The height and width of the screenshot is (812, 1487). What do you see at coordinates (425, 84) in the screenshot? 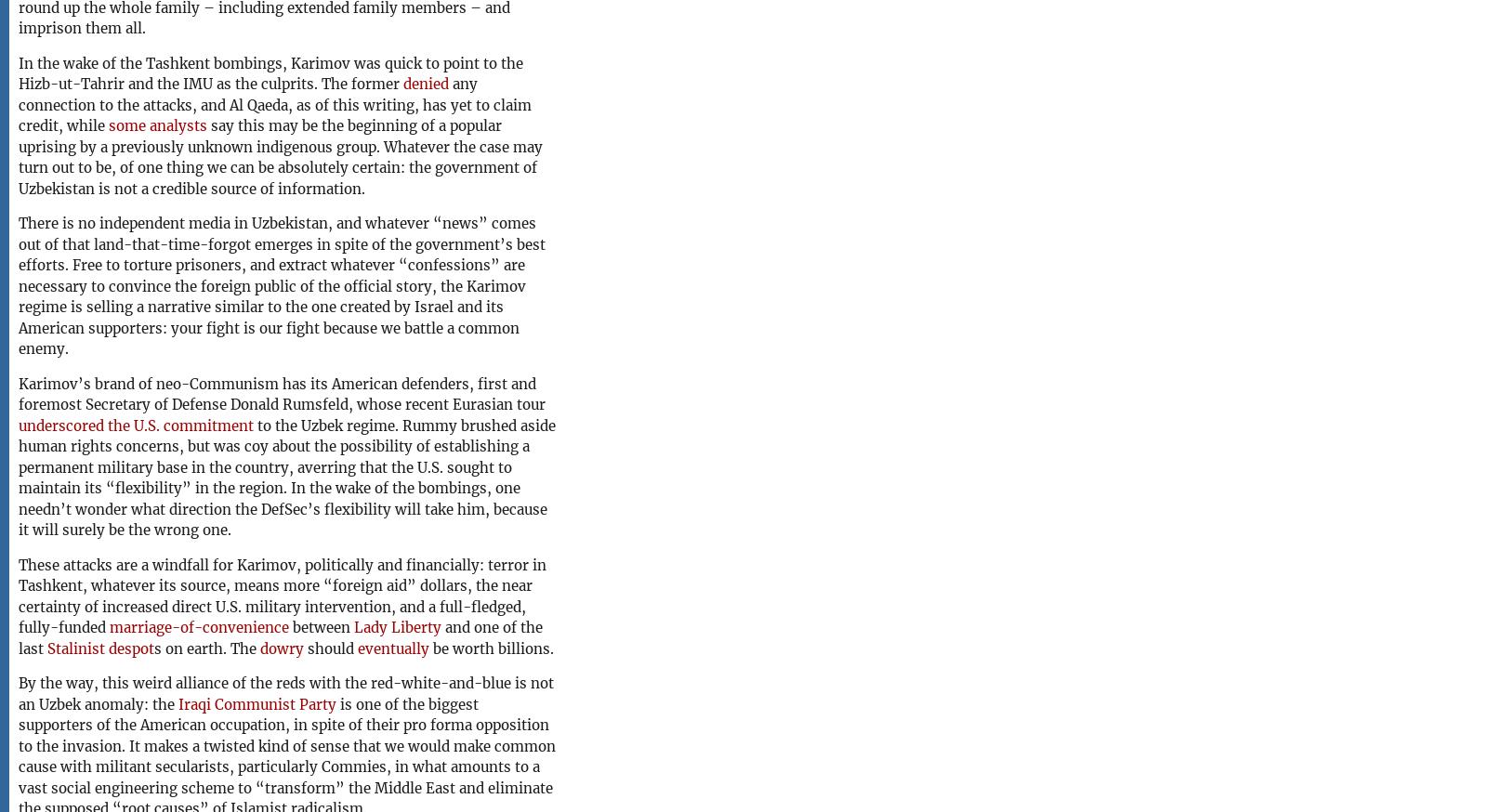
I see `'denied'` at bounding box center [425, 84].